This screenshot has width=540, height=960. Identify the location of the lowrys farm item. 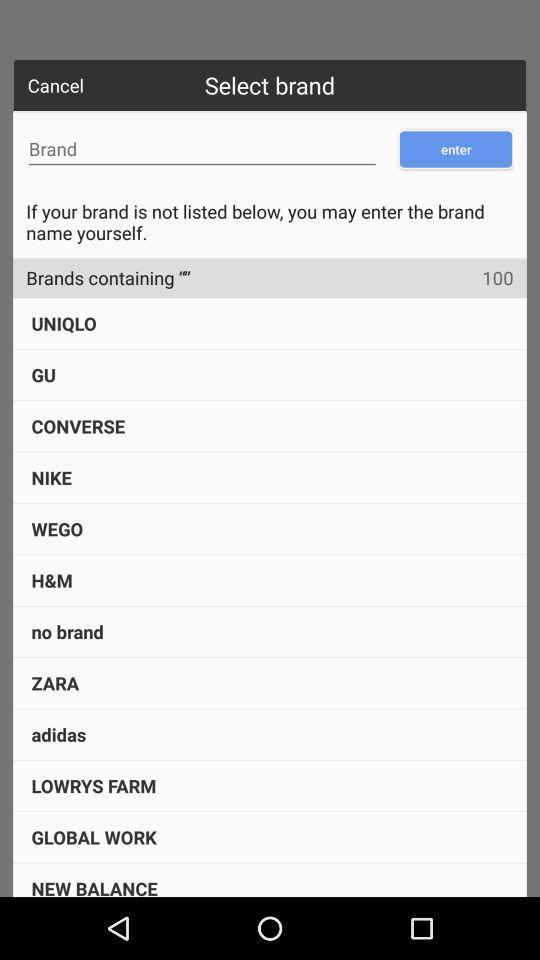
(92, 785).